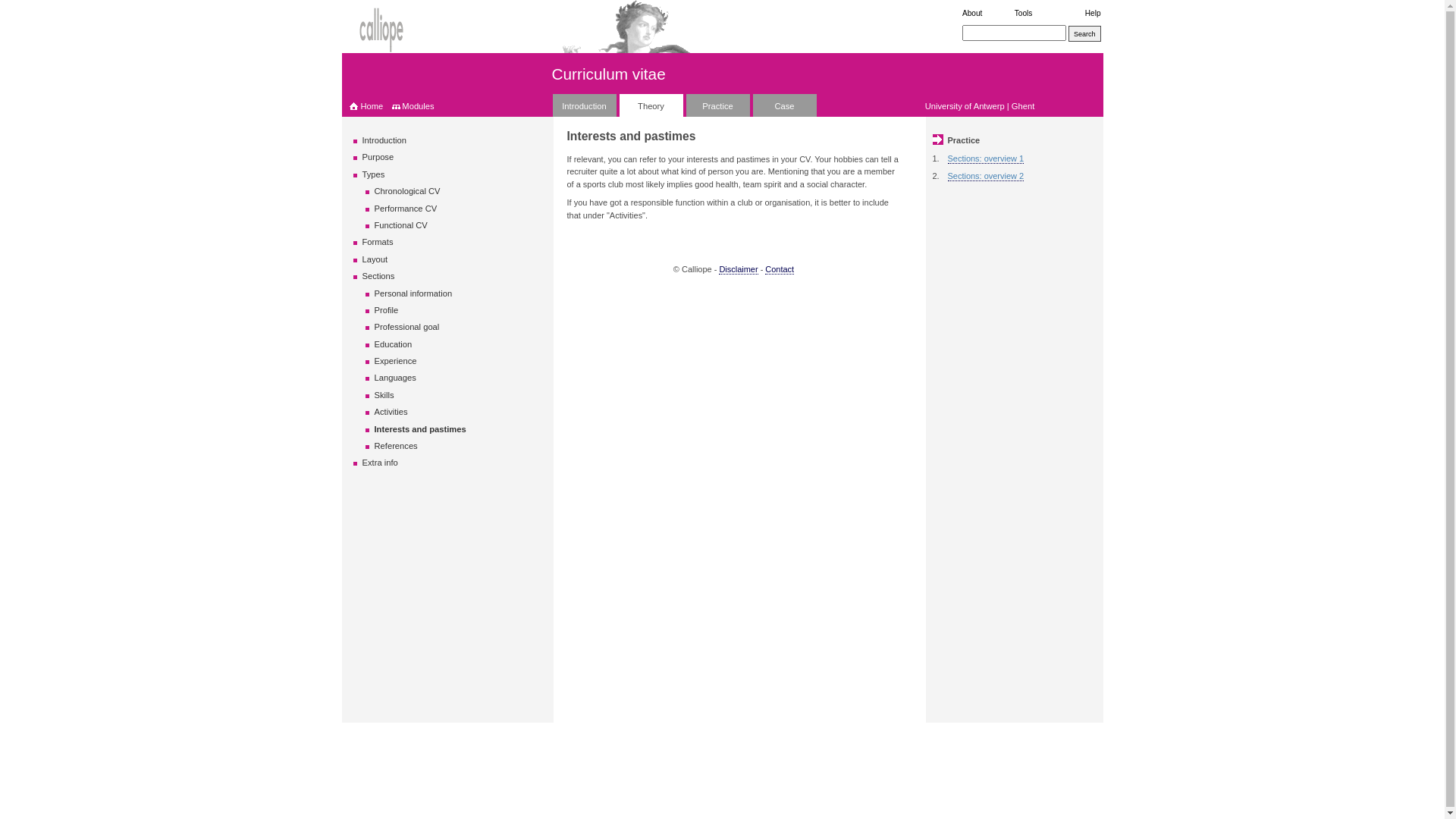 This screenshot has width=1456, height=819. Describe the element at coordinates (391, 412) in the screenshot. I see `'Activities'` at that location.